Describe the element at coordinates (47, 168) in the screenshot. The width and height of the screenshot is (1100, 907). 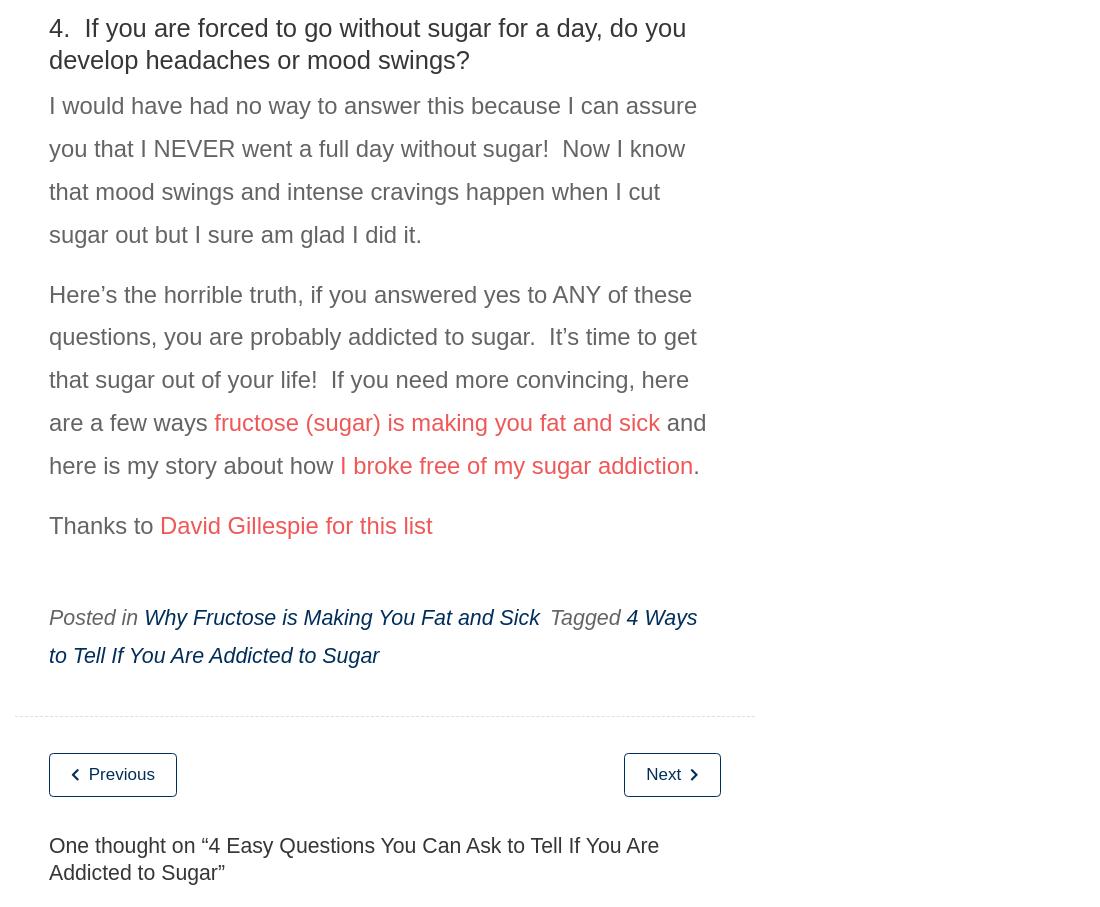
I see `'I would have had no way to answer this because I can assure you that I NEVER went a full day without sugar!  Now I know that mood swings and intense cravings happen when I cut sugar out but I sure am glad I did it.'` at that location.